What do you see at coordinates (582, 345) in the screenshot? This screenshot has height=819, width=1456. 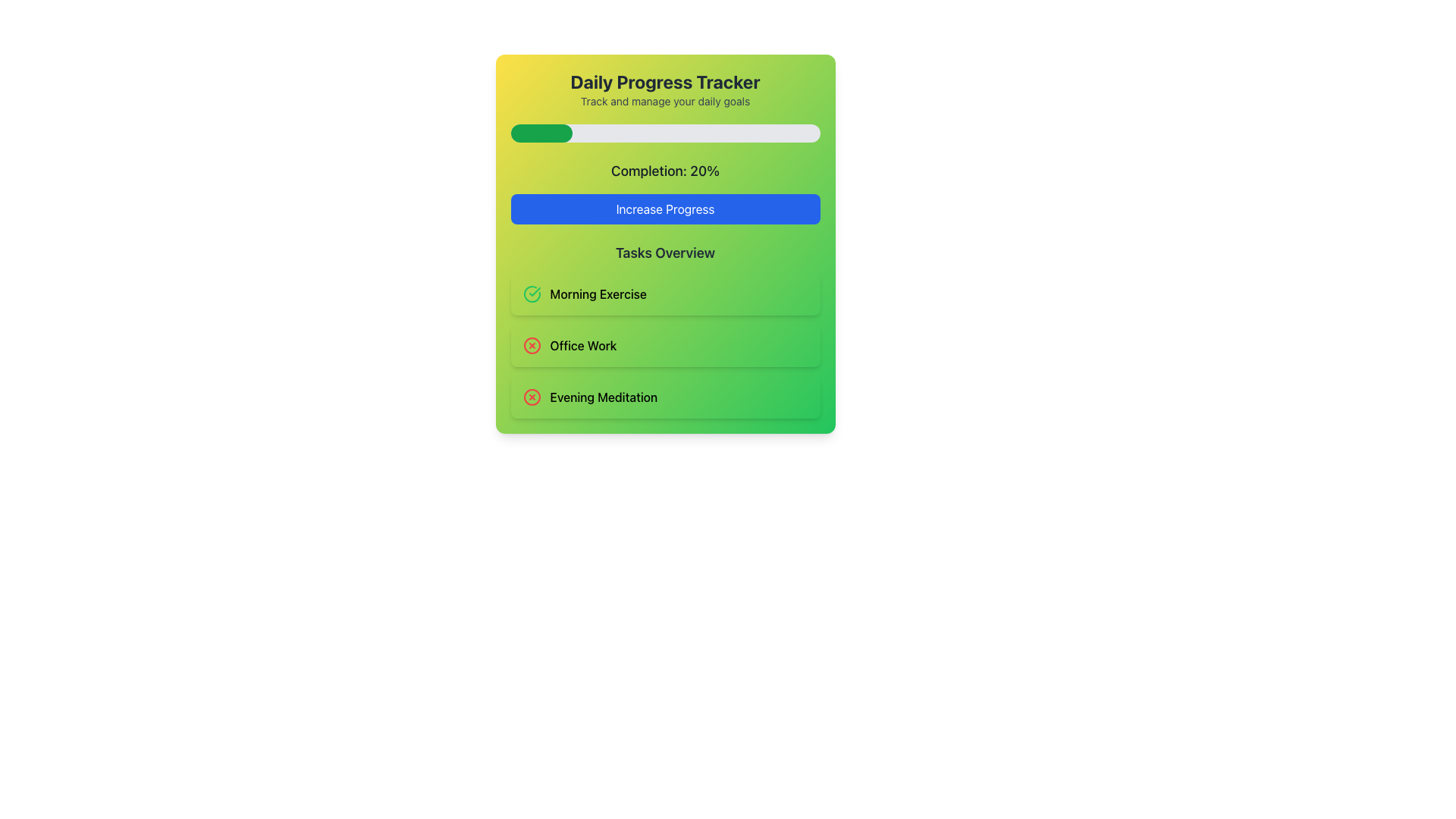 I see `text displayed in the Static Text Label that shows 'Office Work', which is located in the second task entry row of the 'Tasks Overview' section and is positioned next to a red circular icon` at bounding box center [582, 345].